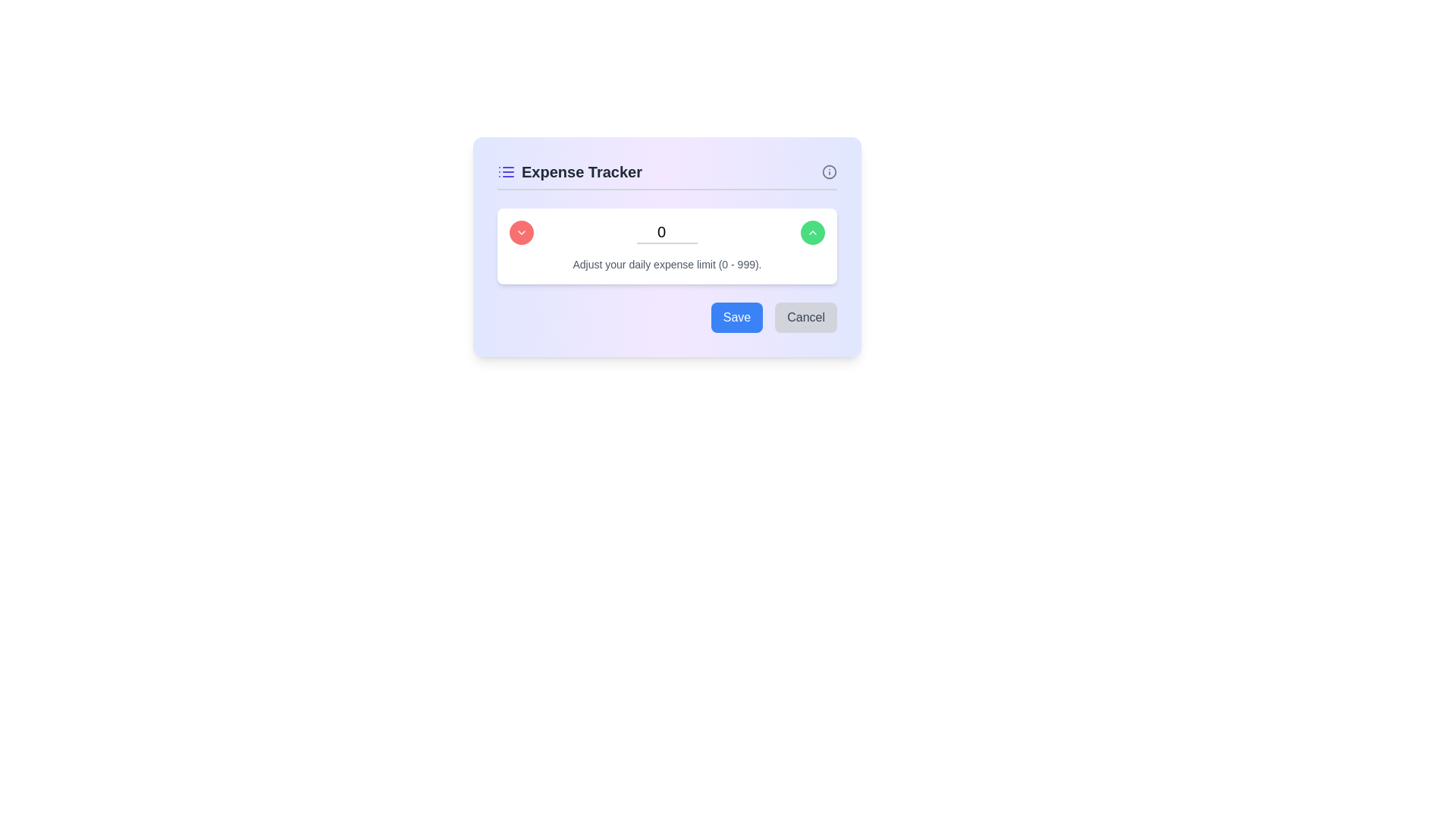  What do you see at coordinates (569, 171) in the screenshot?
I see `the header element that indicates the purpose of the expense management system, which includes an icon and a text label aligned to the right of the icon` at bounding box center [569, 171].